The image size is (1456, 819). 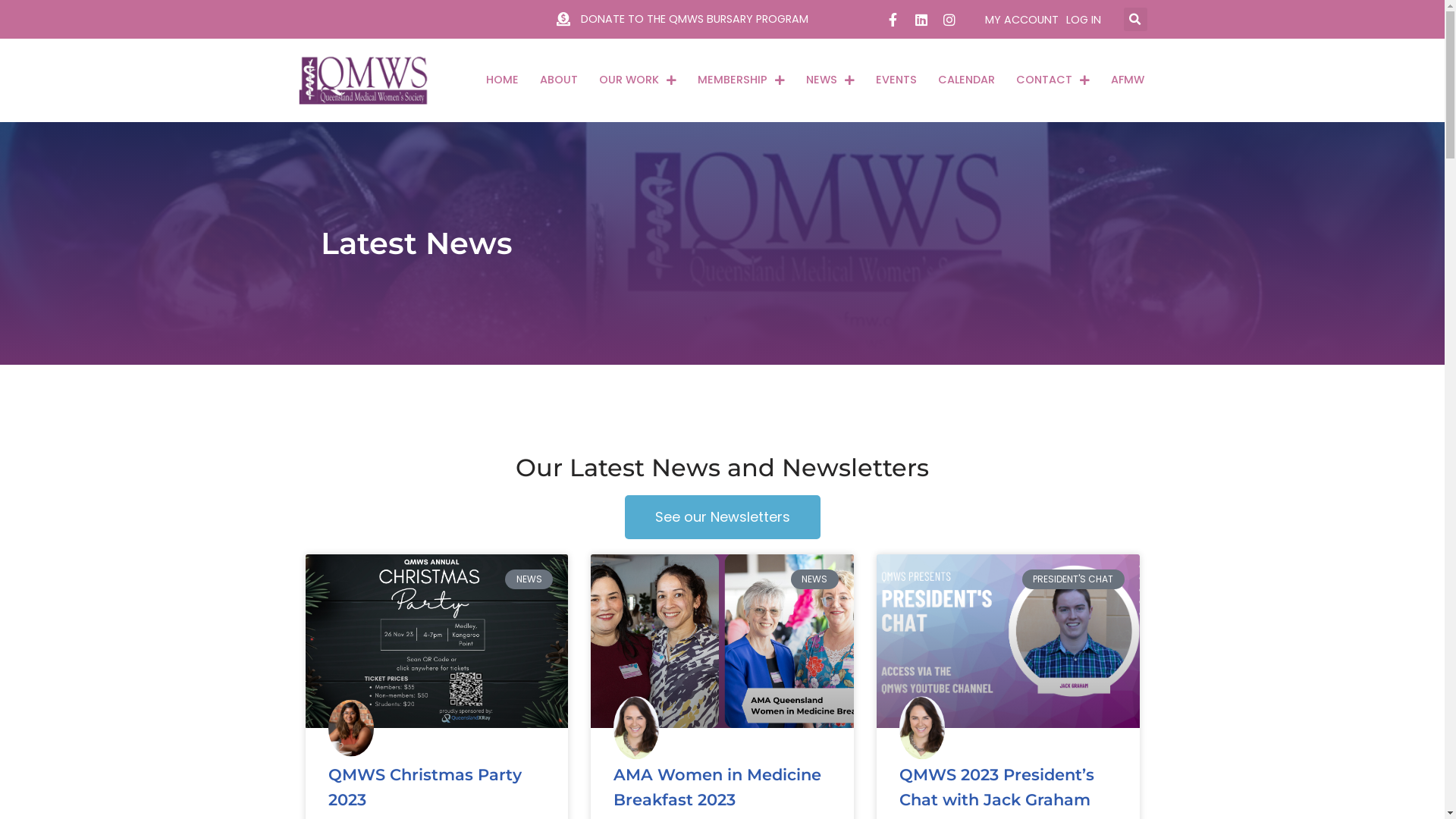 What do you see at coordinates (1128, 80) in the screenshot?
I see `'AFMW'` at bounding box center [1128, 80].